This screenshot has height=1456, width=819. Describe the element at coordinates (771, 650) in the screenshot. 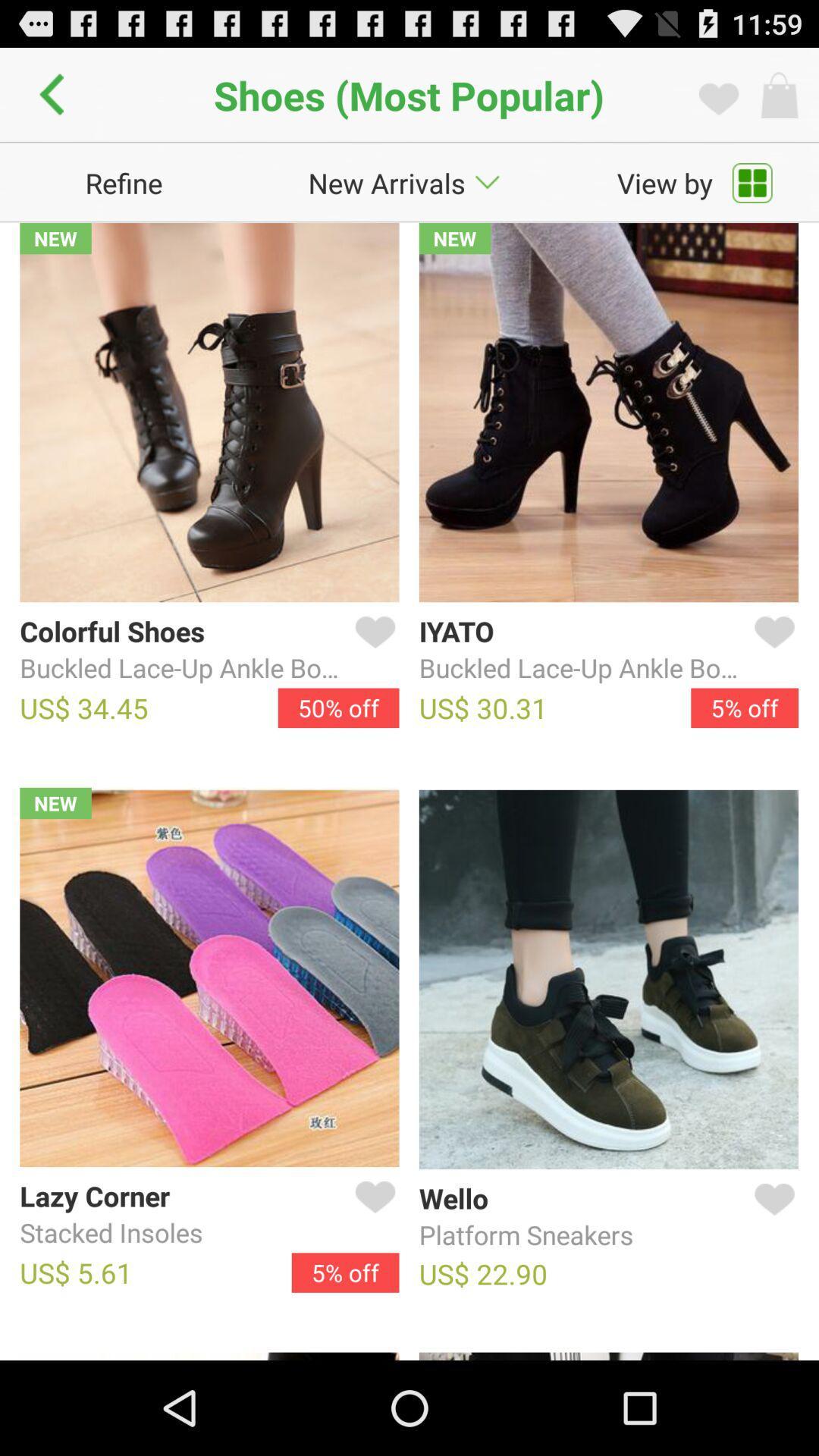

I see `love item` at that location.